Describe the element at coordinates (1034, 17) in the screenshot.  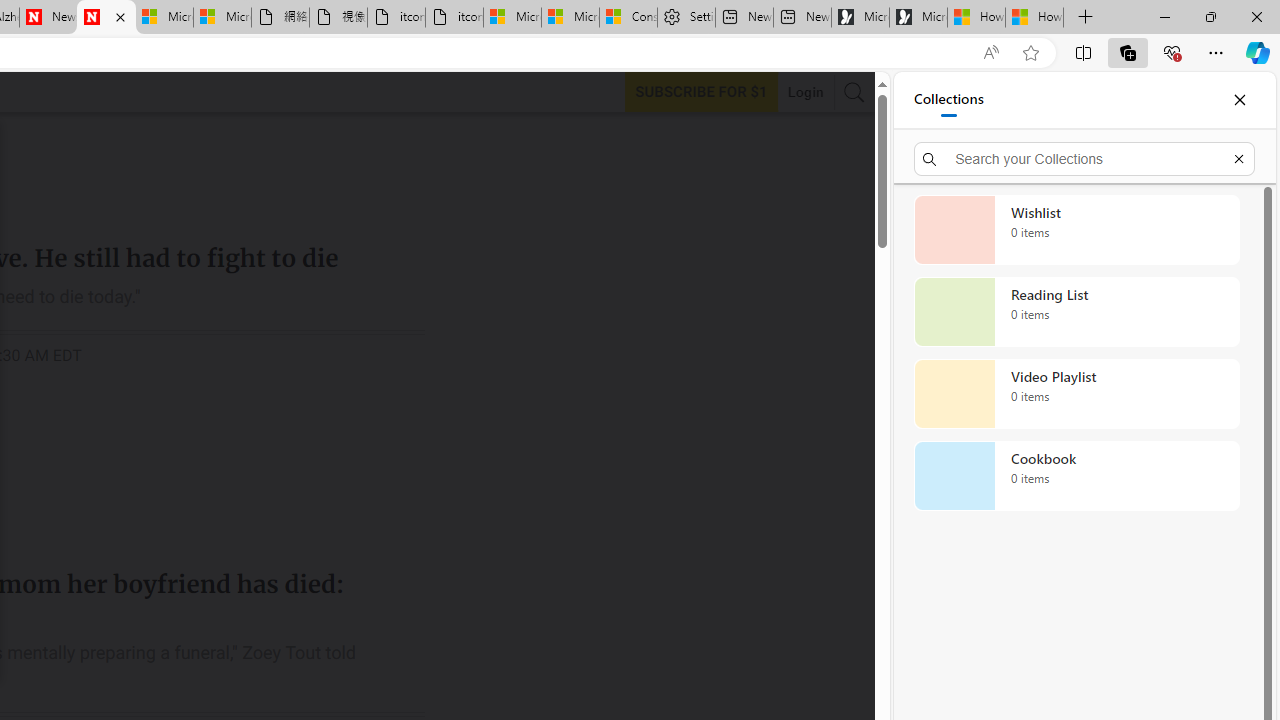
I see `'How to Use a TV as a Computer Monitor'` at that location.